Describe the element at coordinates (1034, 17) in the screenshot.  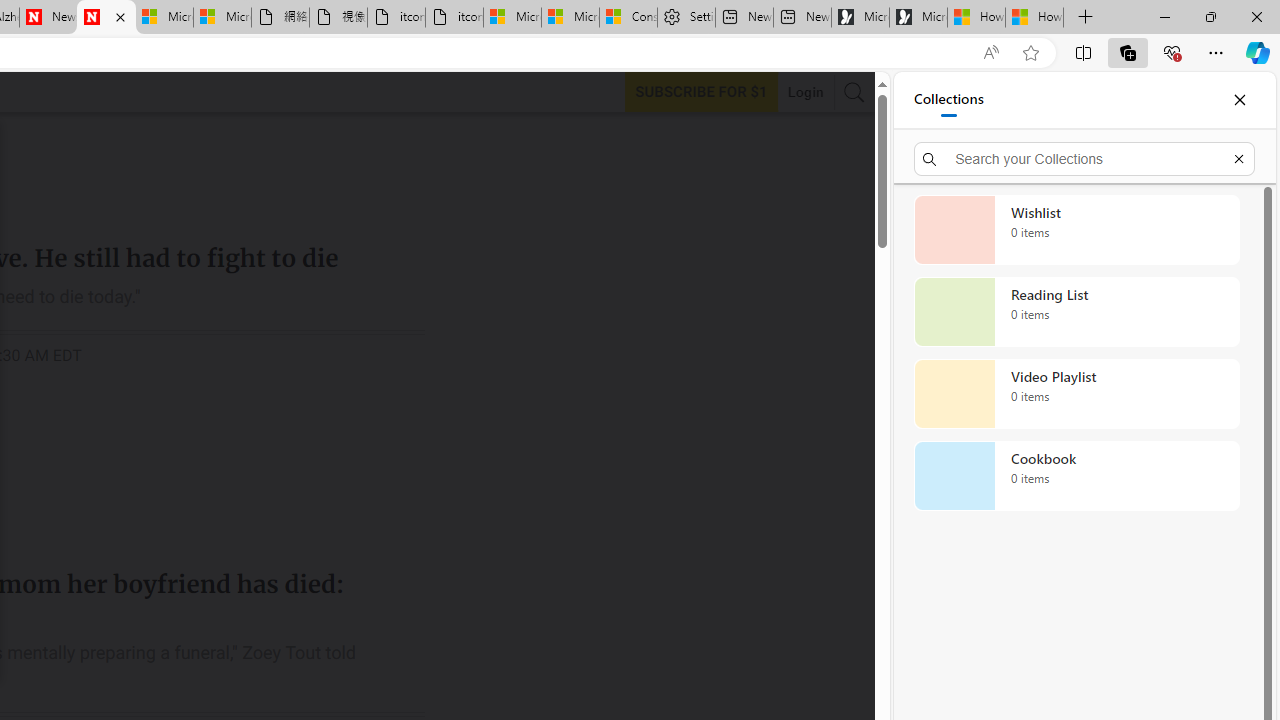
I see `'How to Use a TV as a Computer Monitor'` at that location.